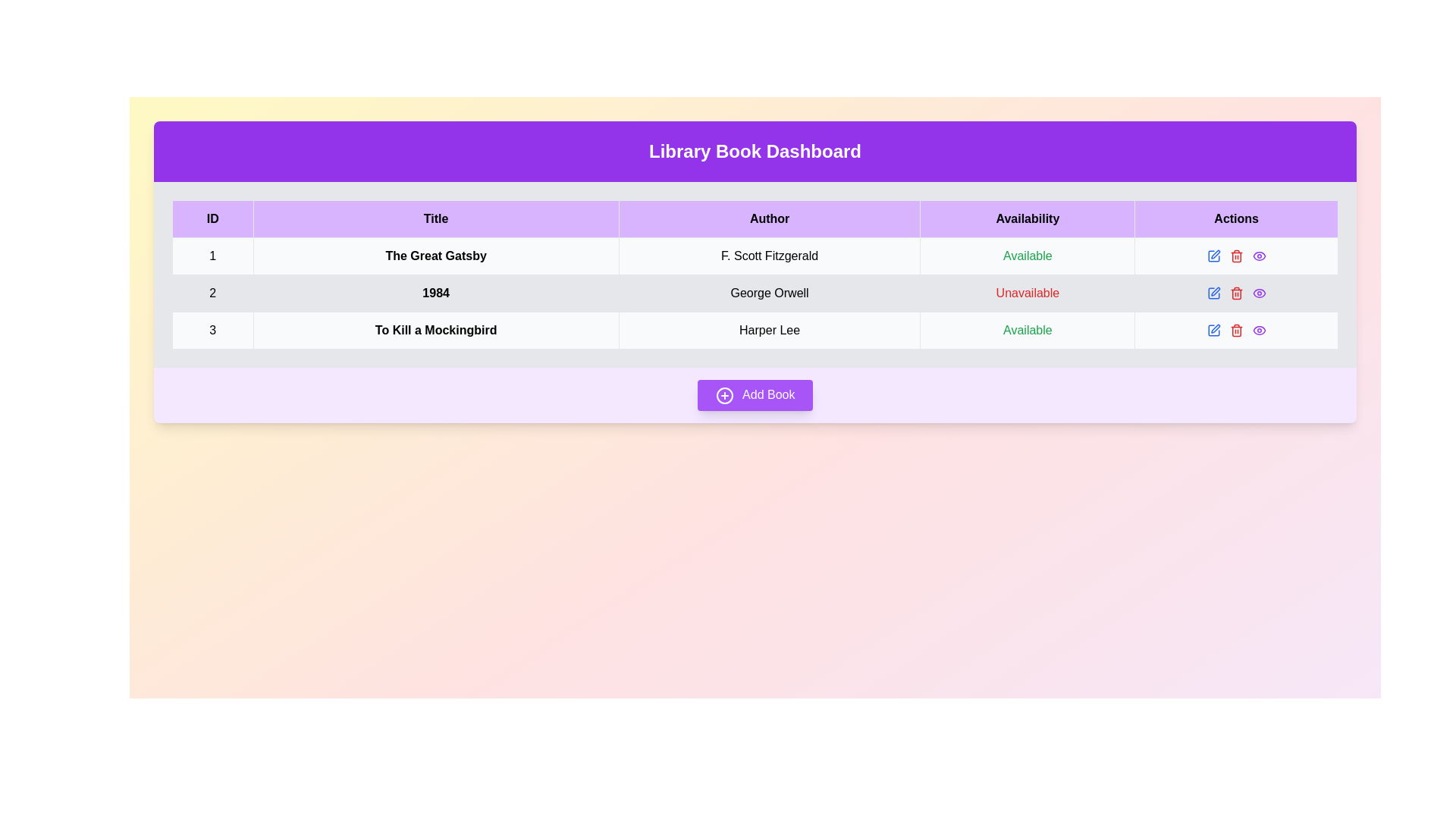 The image size is (1456, 819). I want to click on the trash can icon located in the 'Actions' column of the third row of the table, so click(1236, 294).